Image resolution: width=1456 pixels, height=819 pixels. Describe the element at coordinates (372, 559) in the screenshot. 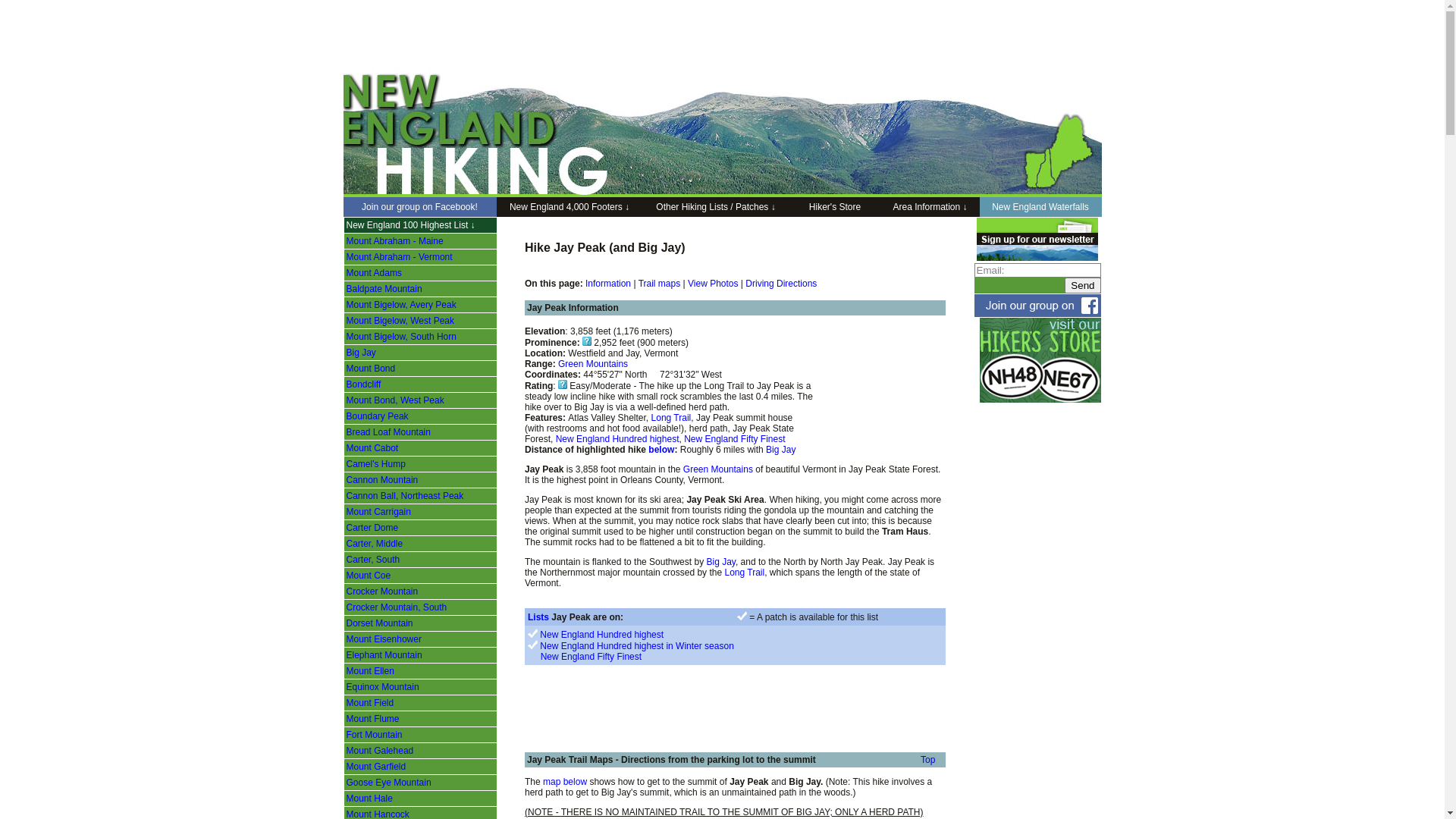

I see `'Carter, South'` at that location.